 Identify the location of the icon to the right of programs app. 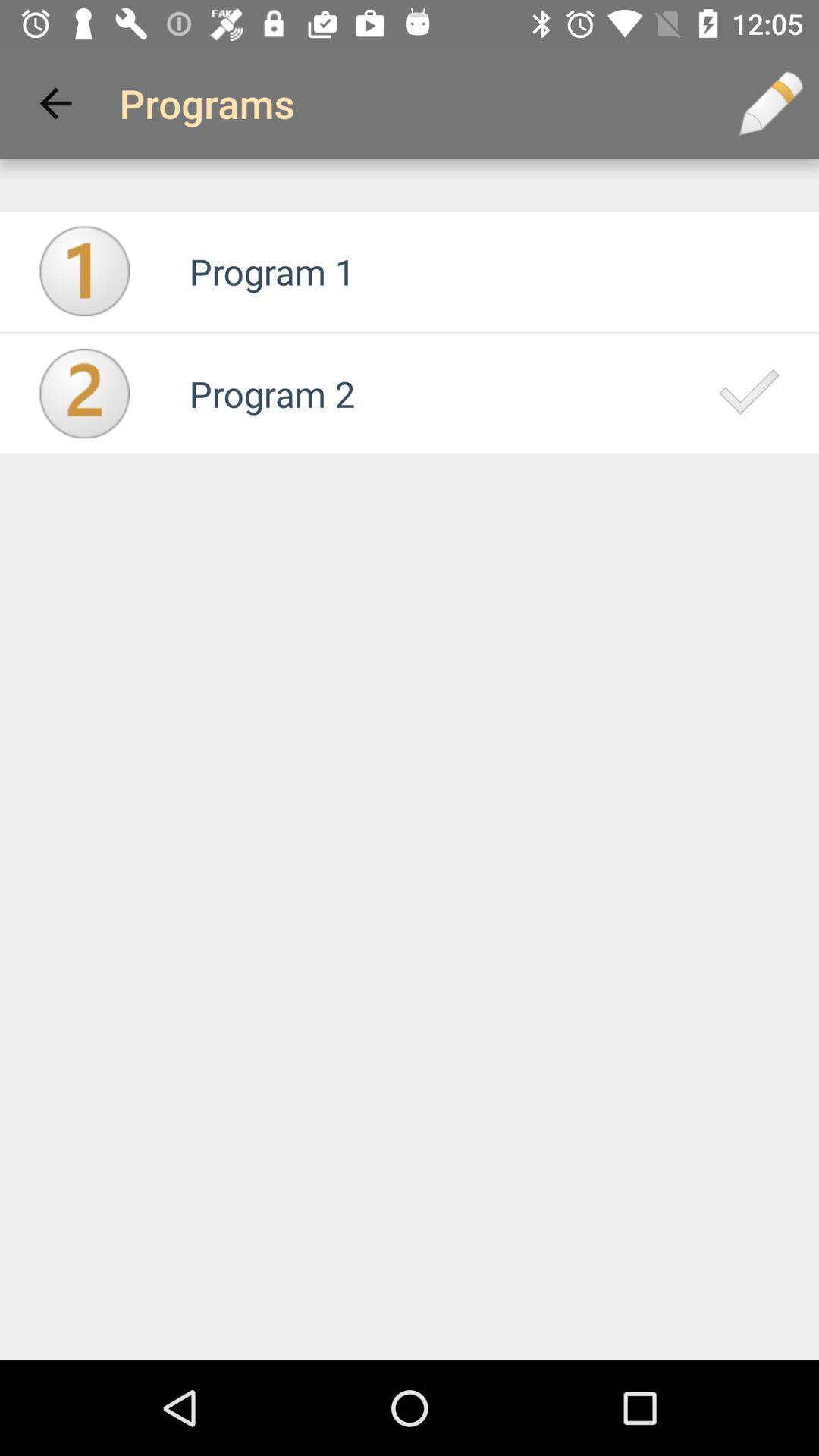
(771, 102).